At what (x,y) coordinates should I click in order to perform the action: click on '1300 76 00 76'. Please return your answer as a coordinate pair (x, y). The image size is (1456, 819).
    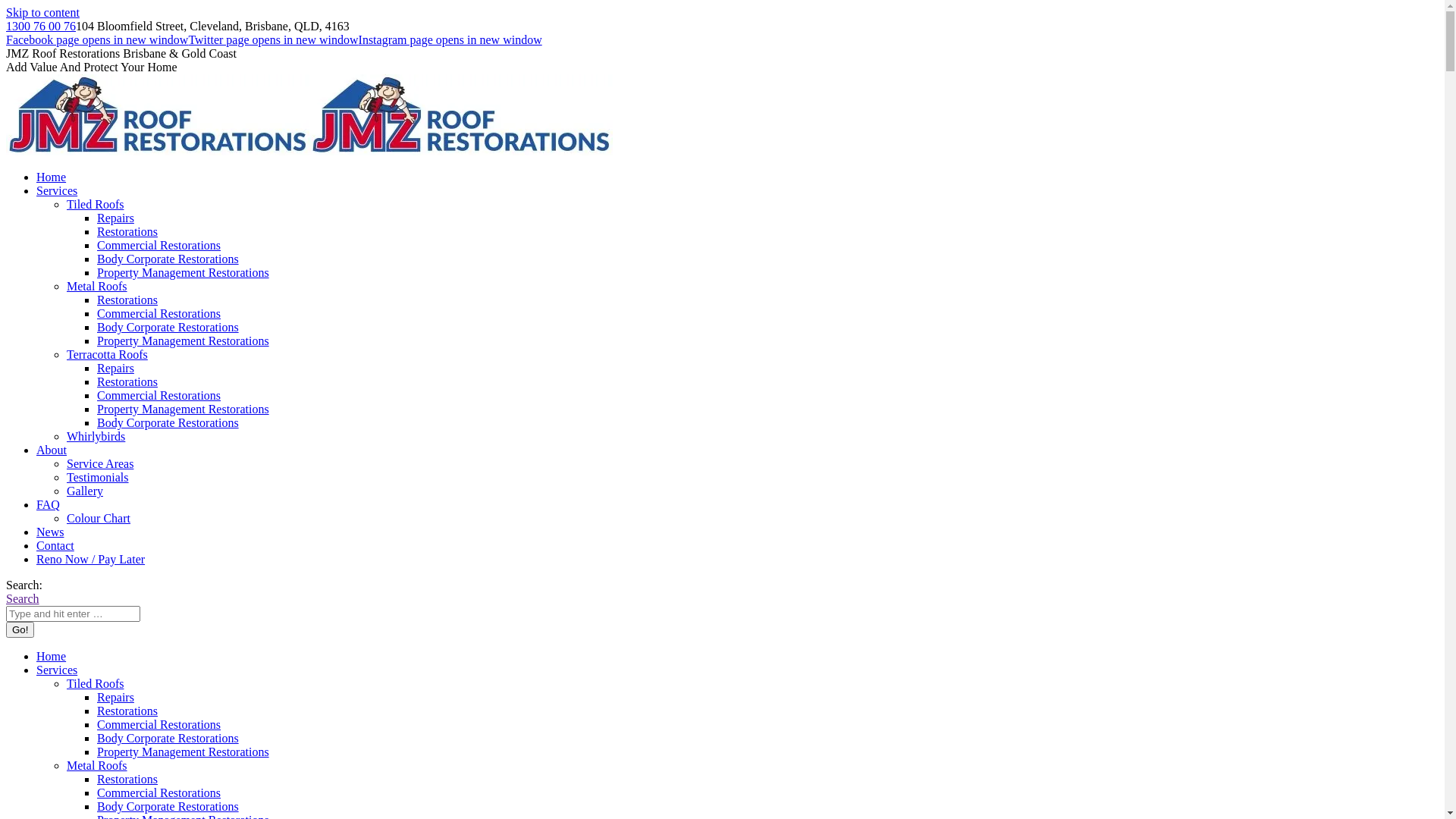
    Looking at the image, I should click on (6, 26).